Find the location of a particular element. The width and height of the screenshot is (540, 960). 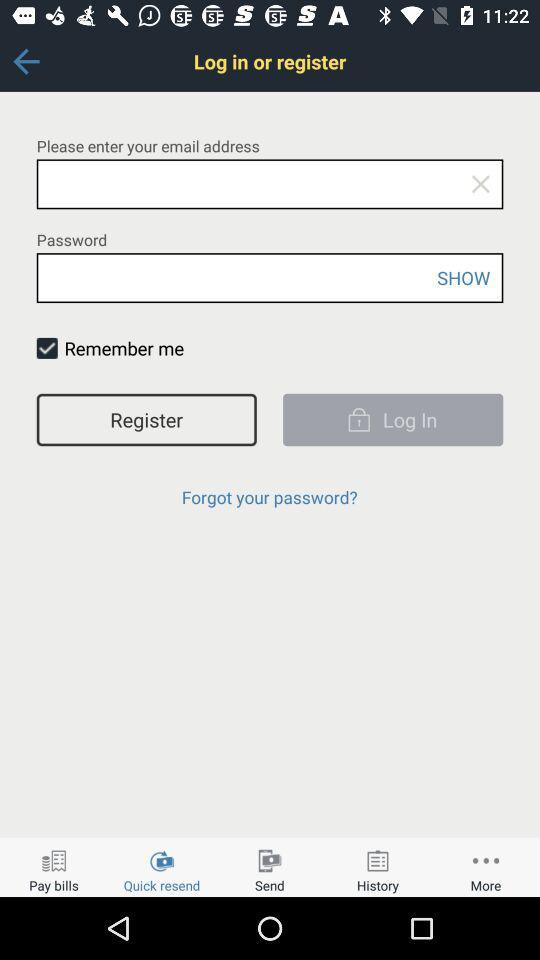

place to enter email is located at coordinates (270, 184).